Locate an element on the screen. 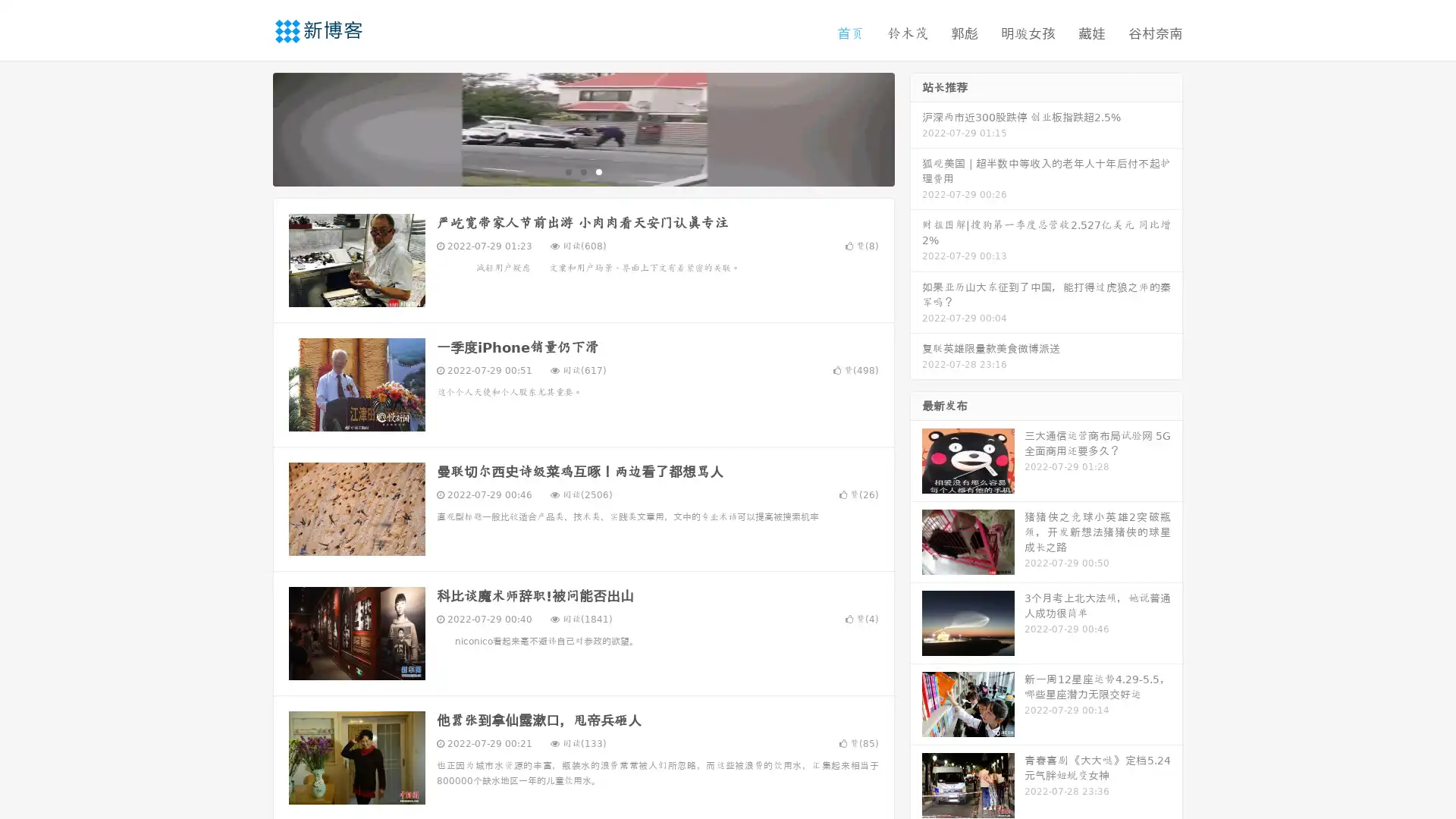 This screenshot has width=1456, height=819. Go to slide 1 is located at coordinates (567, 171).